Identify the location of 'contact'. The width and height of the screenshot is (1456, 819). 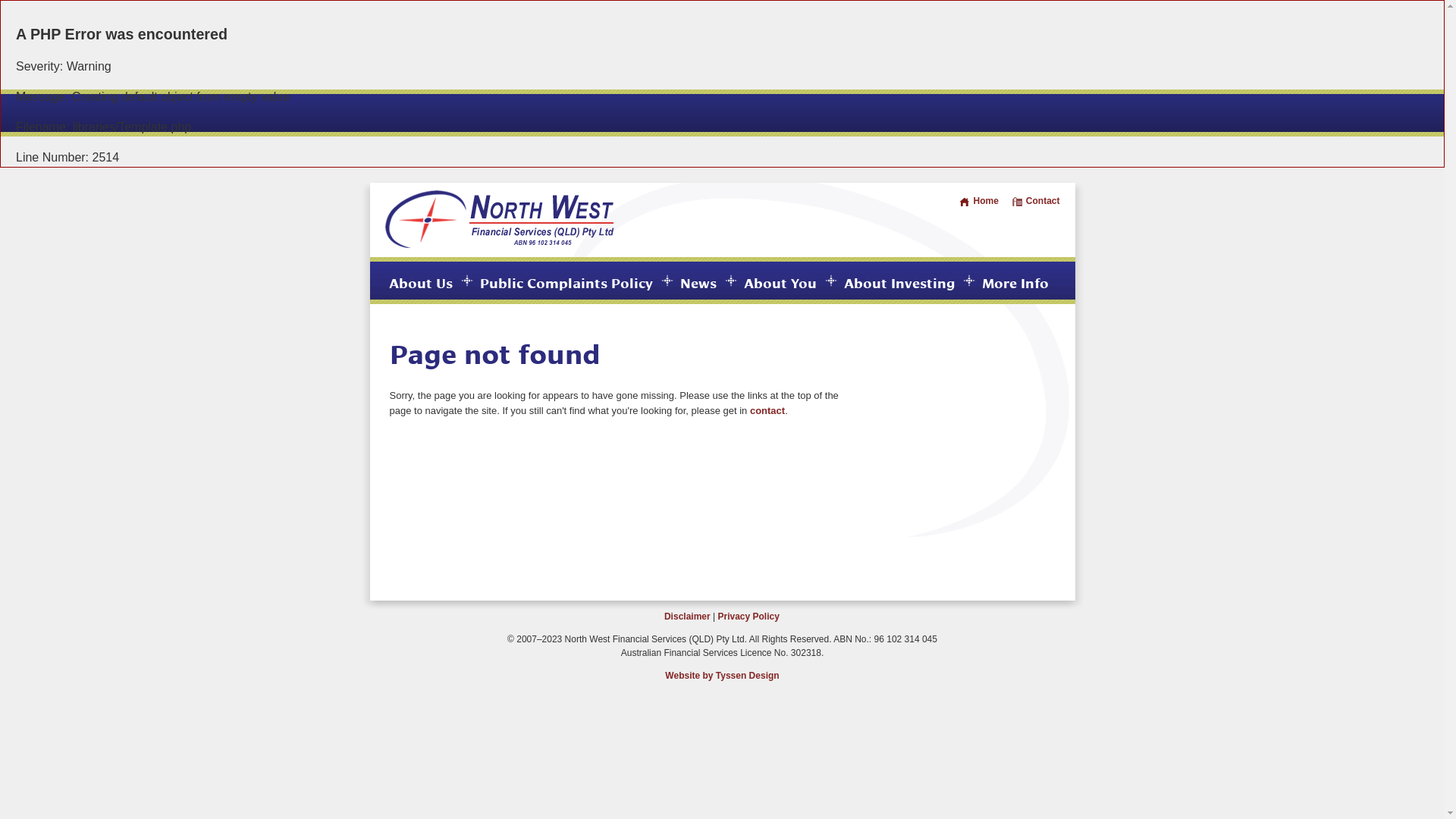
(767, 410).